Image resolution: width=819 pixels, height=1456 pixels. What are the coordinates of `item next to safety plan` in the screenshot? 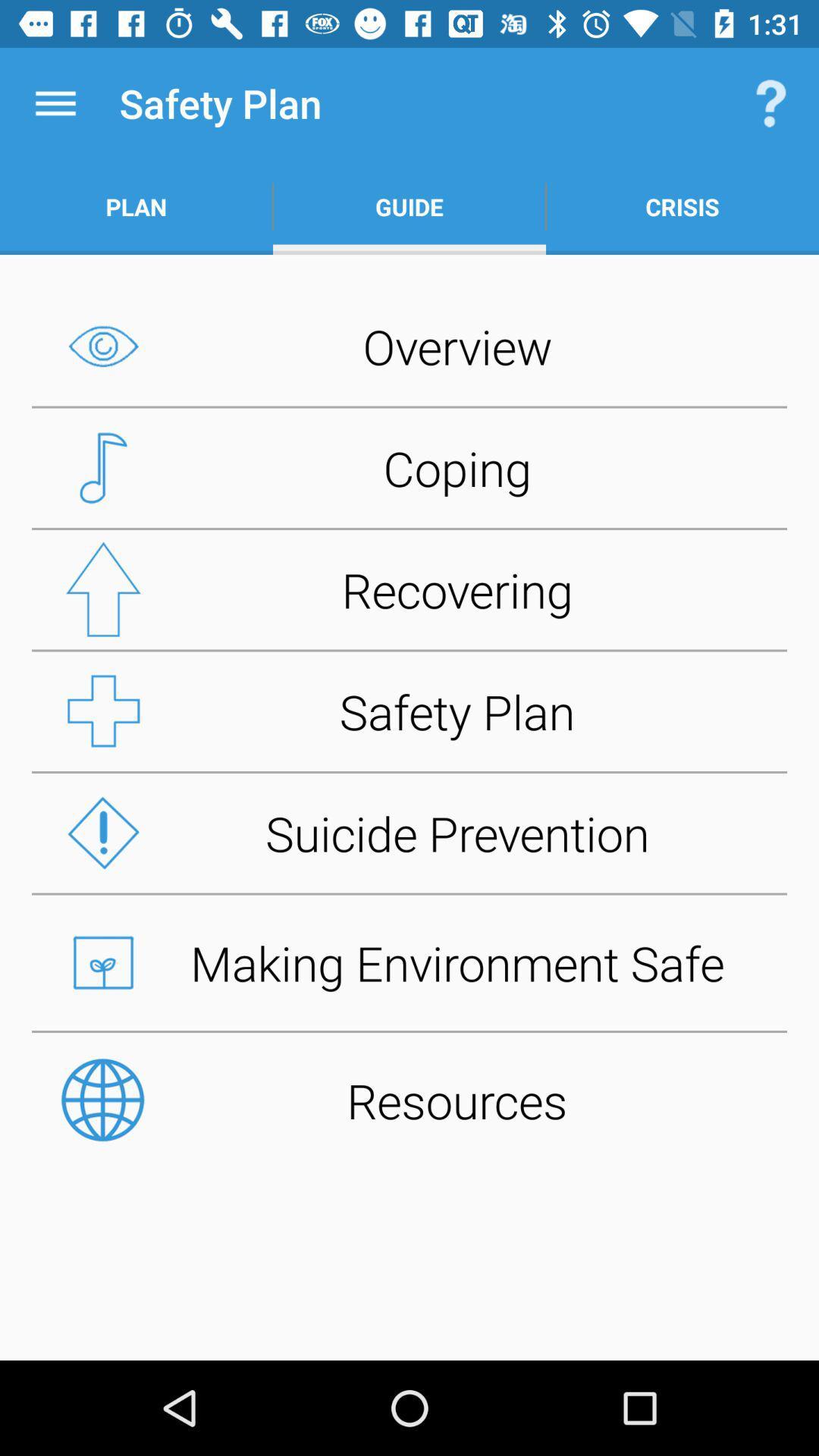 It's located at (55, 102).